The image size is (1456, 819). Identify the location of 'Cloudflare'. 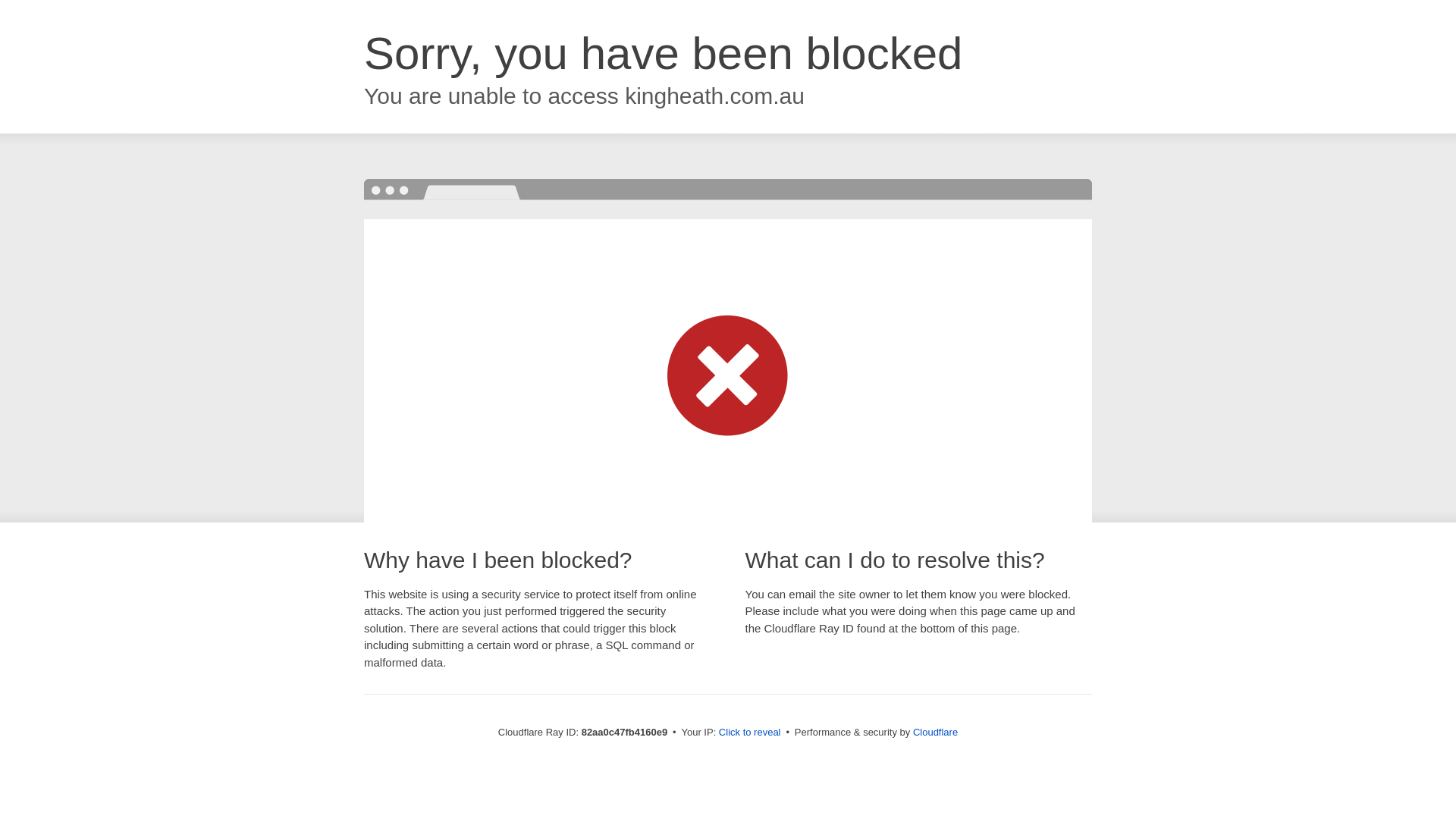
(934, 731).